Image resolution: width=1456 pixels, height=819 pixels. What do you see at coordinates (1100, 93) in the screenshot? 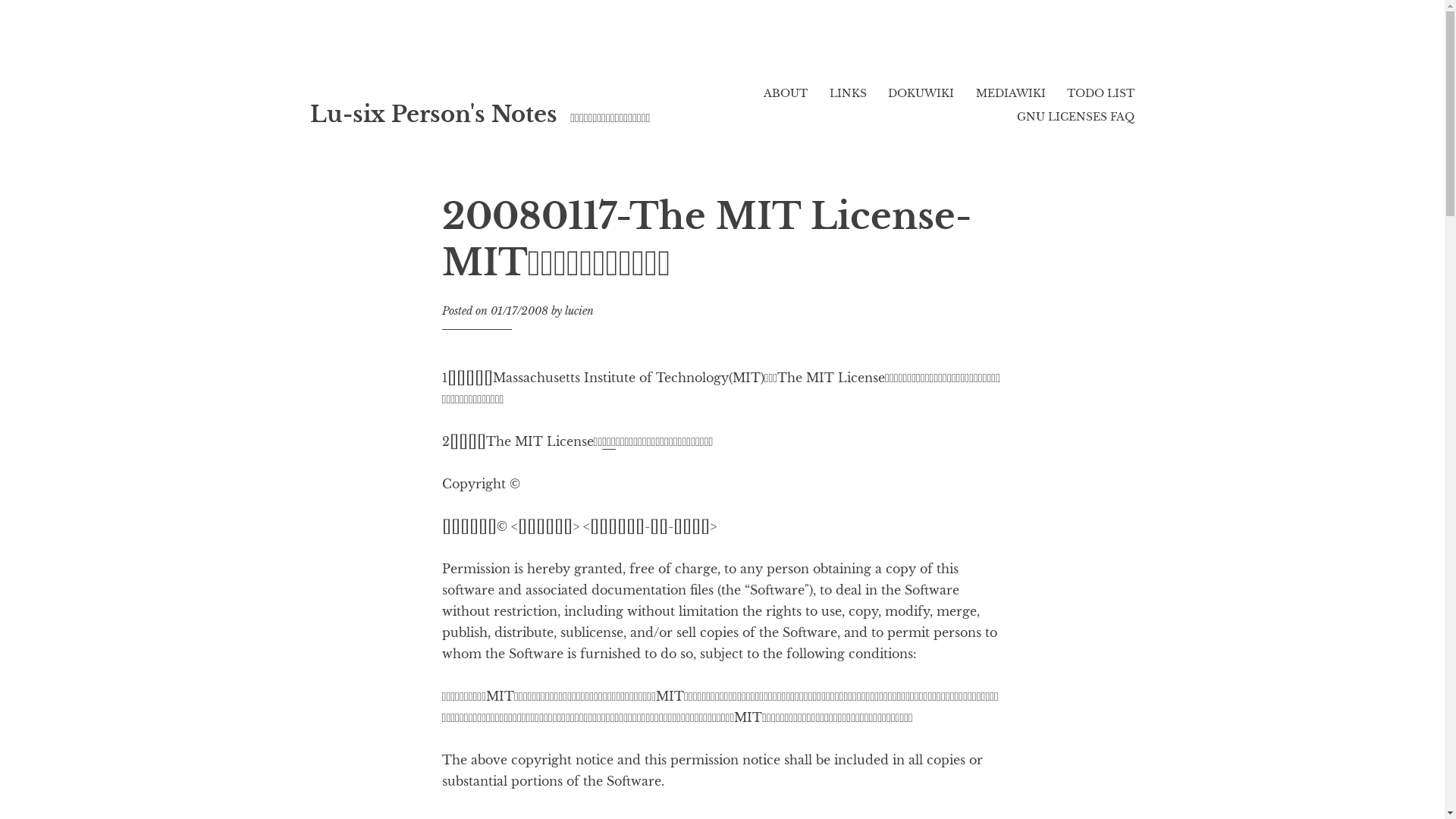
I see `'TODO LIST'` at bounding box center [1100, 93].